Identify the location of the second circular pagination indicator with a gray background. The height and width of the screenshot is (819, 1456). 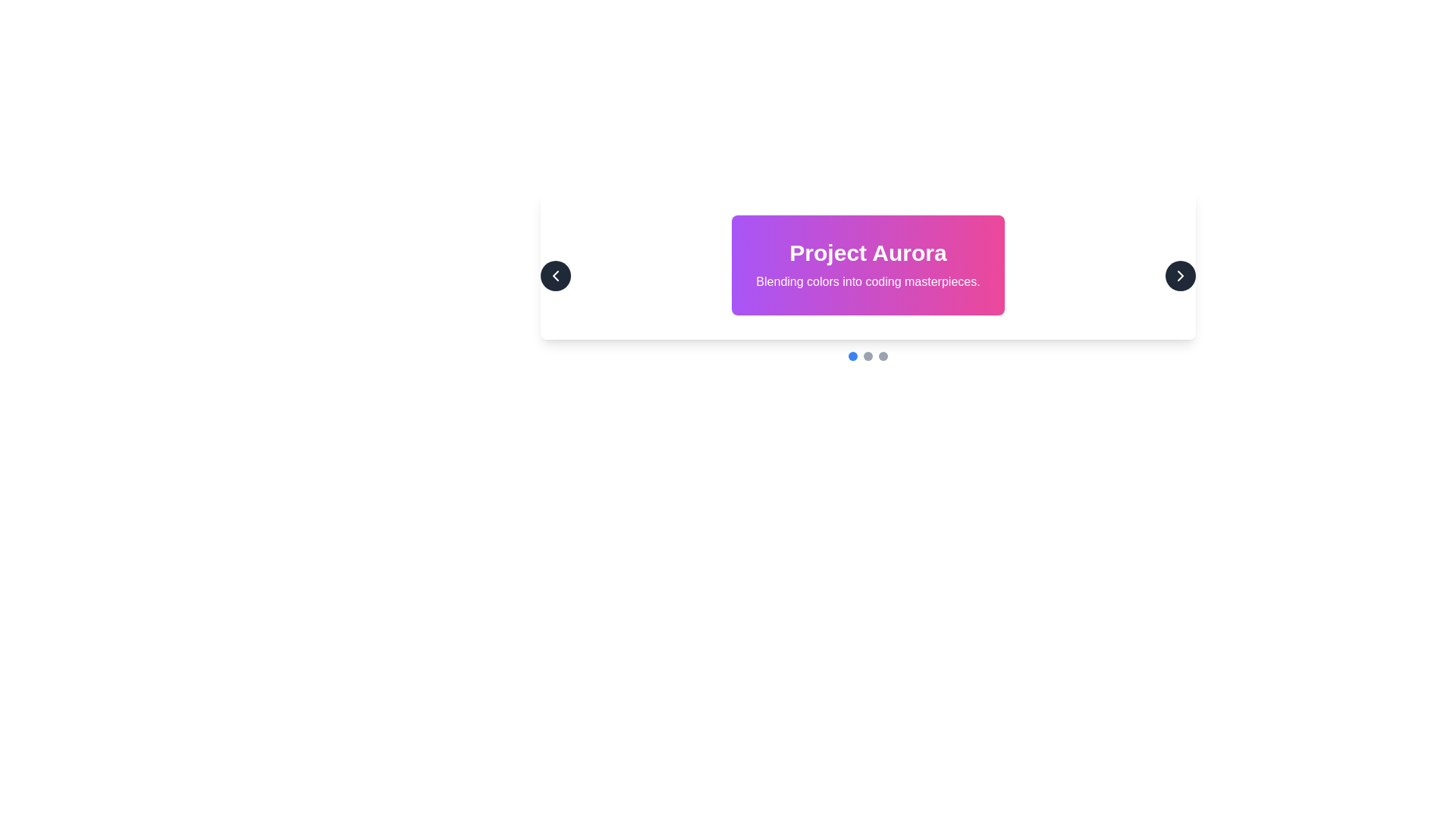
(868, 356).